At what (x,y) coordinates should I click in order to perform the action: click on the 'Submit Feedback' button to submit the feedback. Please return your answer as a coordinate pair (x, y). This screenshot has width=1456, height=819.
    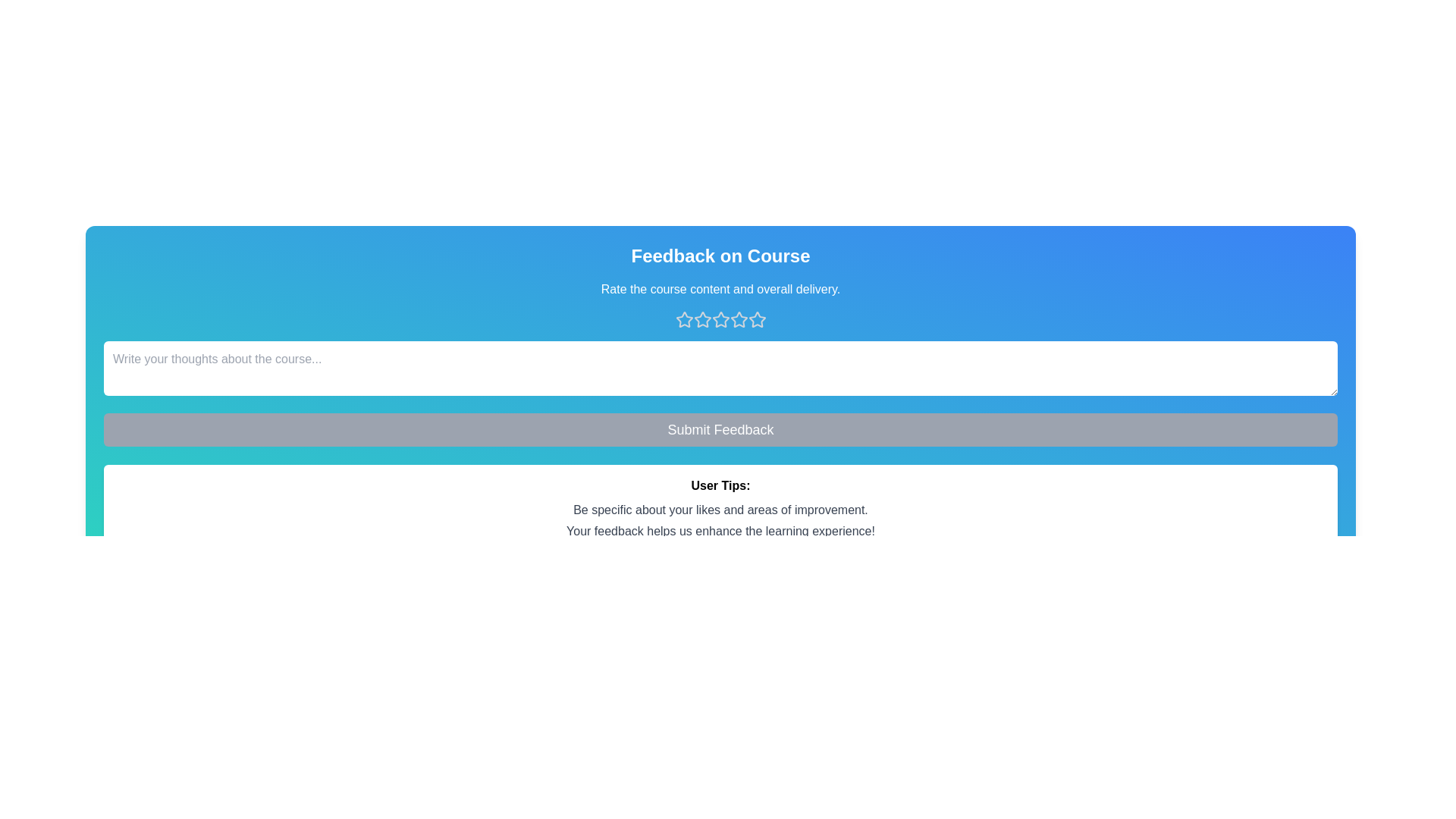
    Looking at the image, I should click on (720, 430).